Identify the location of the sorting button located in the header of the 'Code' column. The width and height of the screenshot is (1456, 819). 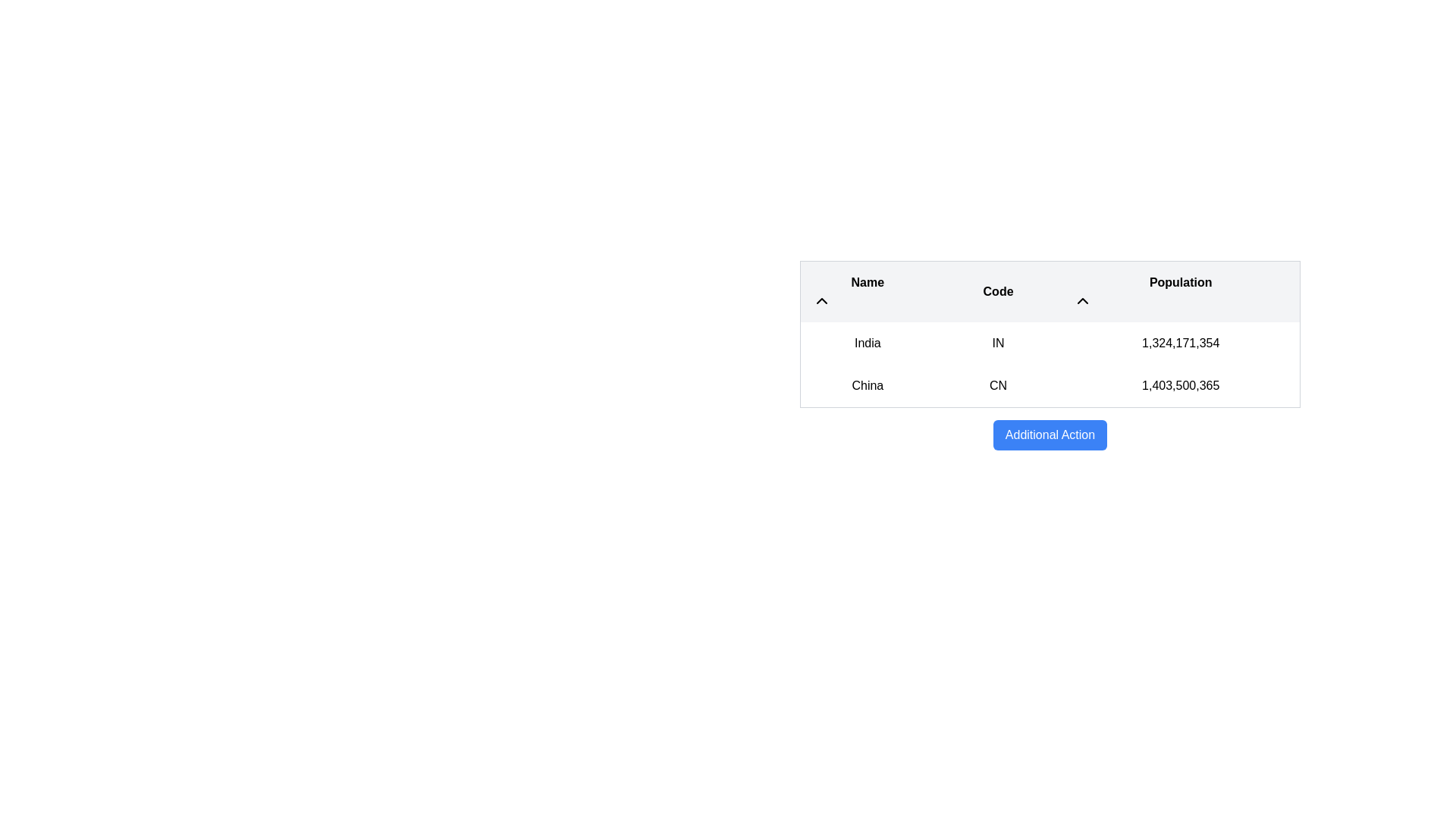
(1082, 301).